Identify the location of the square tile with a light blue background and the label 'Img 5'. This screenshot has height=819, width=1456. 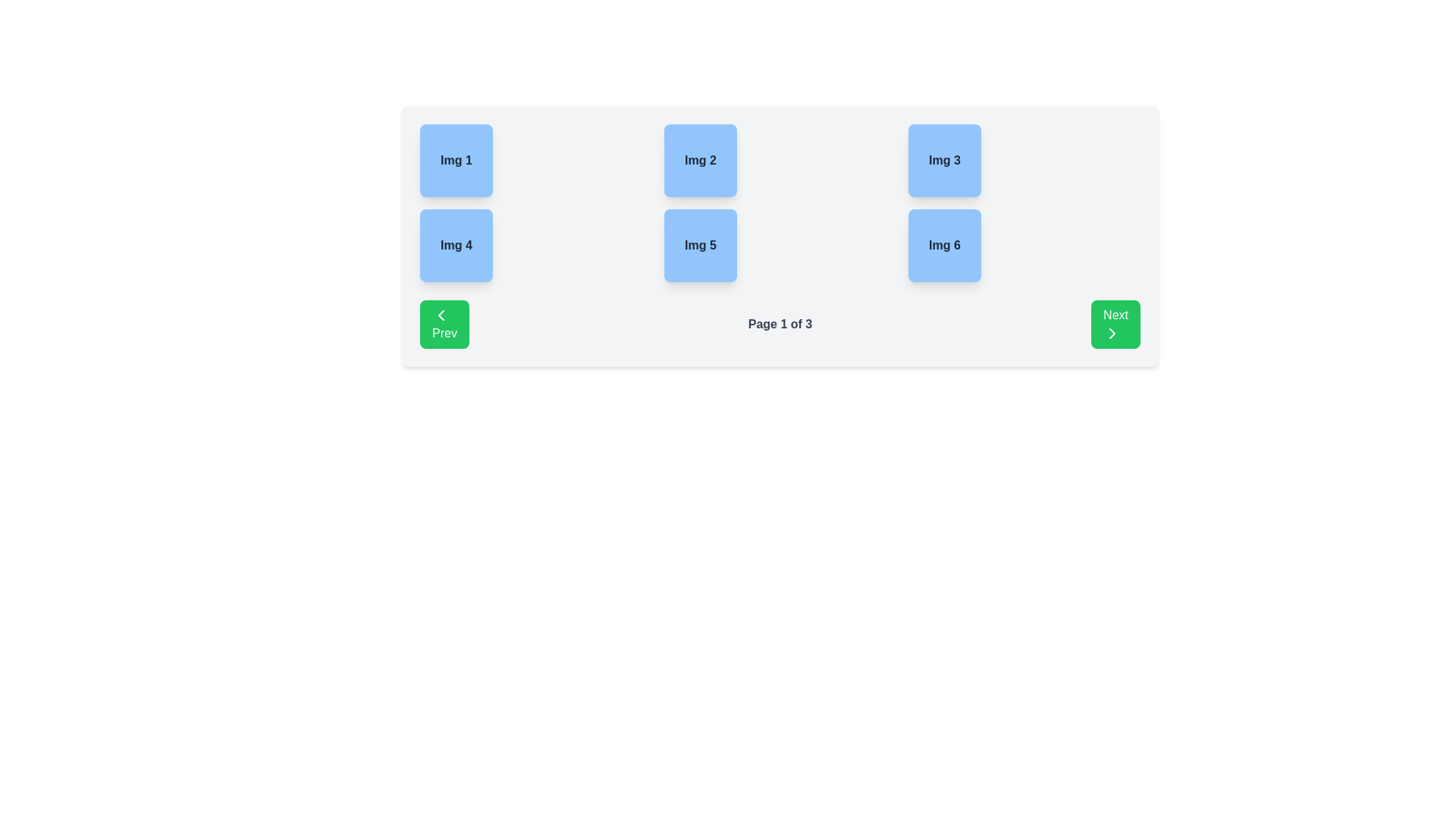
(700, 245).